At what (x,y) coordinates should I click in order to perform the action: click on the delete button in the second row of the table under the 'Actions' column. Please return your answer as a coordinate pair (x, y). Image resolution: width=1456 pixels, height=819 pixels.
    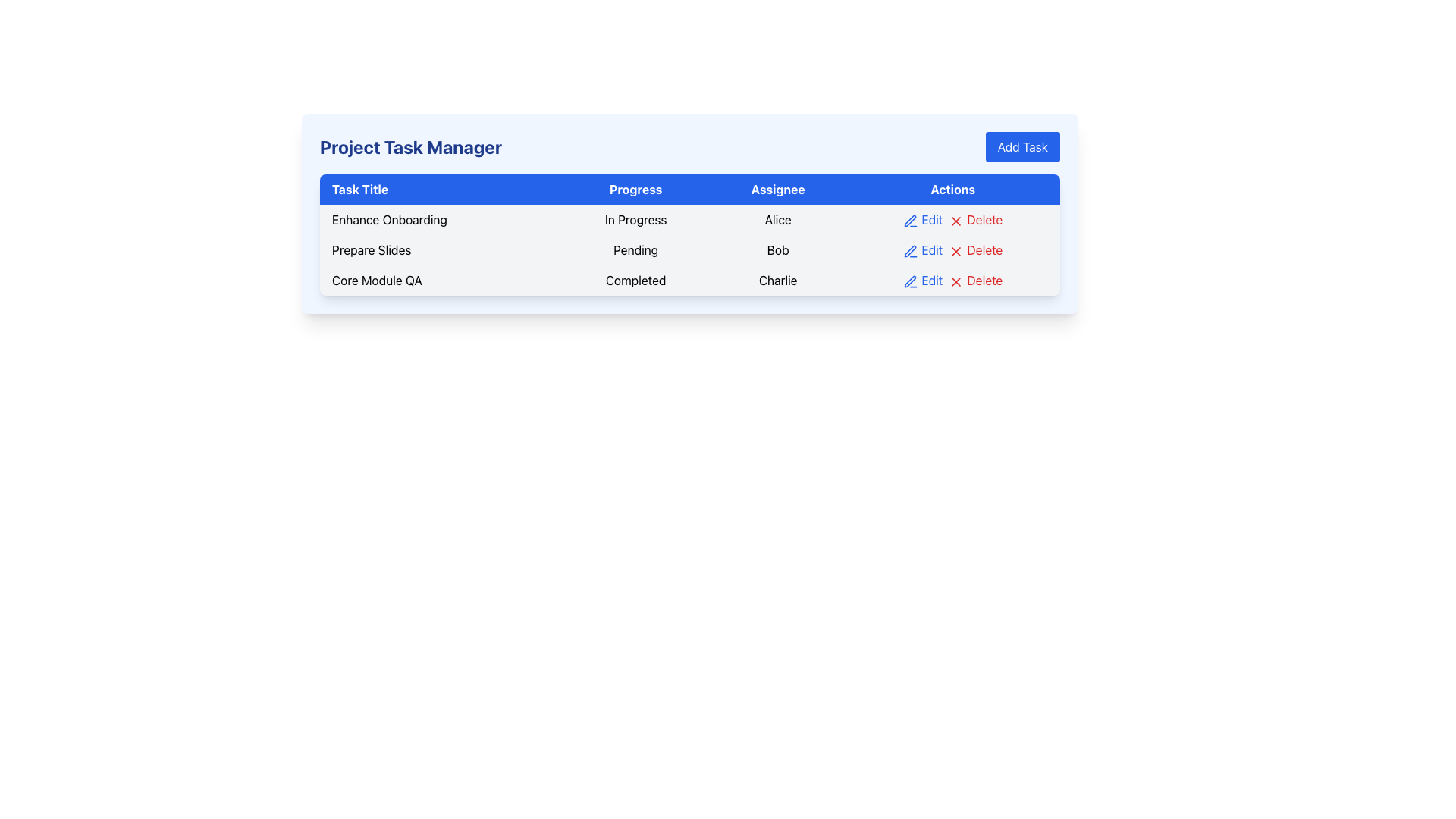
    Looking at the image, I should click on (975, 249).